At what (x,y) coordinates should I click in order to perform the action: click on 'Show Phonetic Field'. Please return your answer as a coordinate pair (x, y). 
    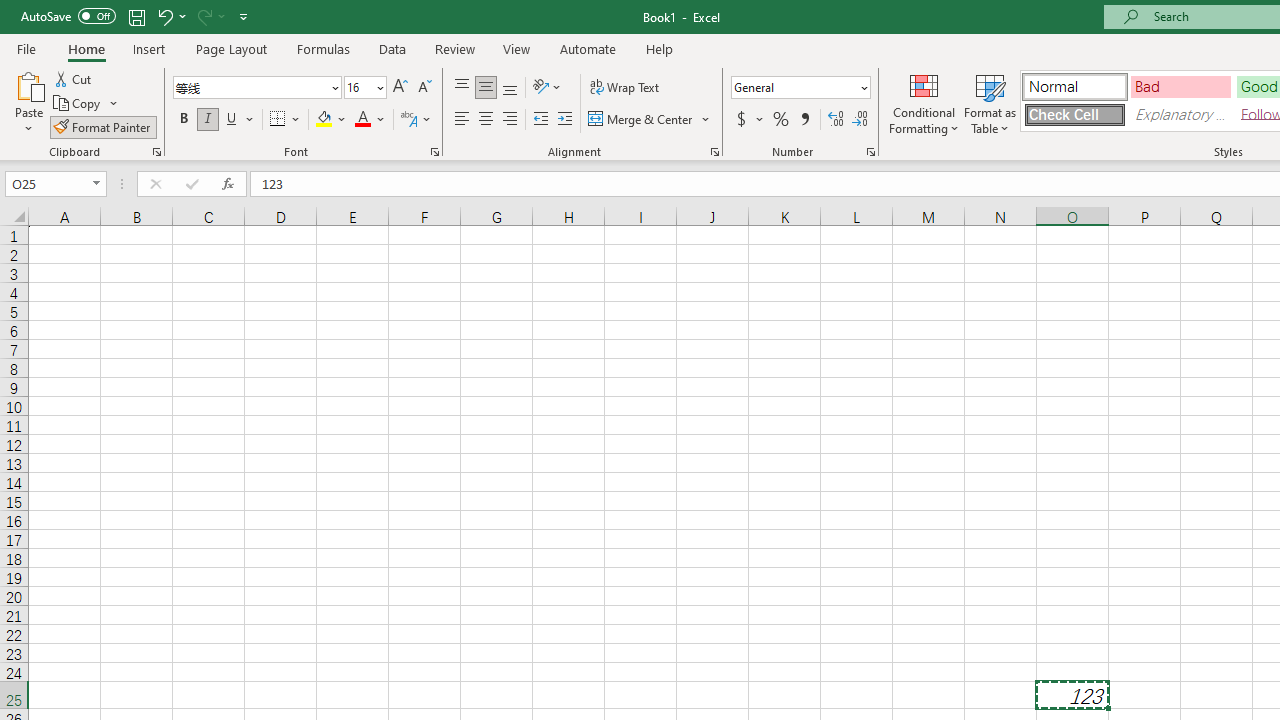
    Looking at the image, I should click on (415, 119).